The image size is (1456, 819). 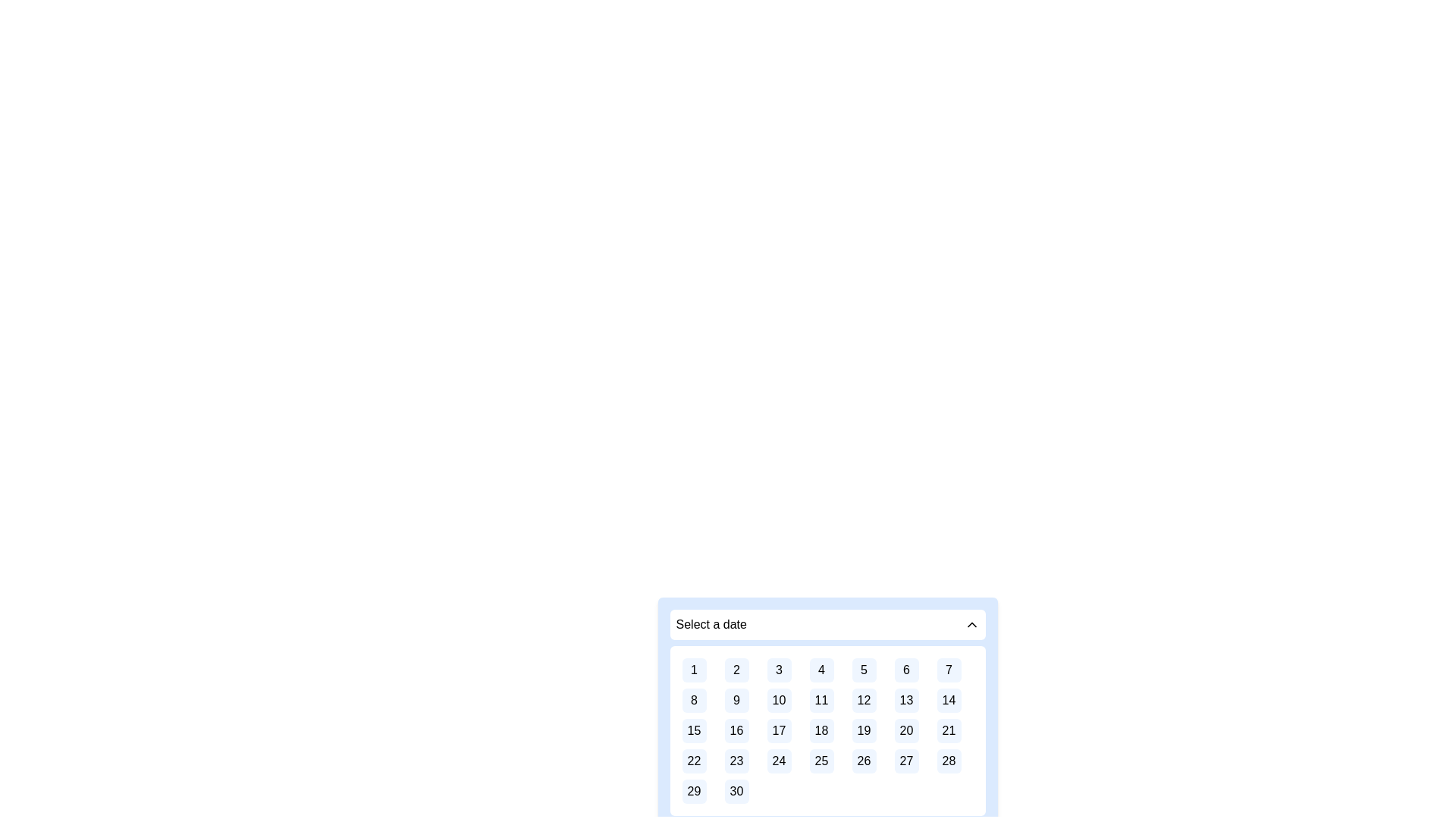 What do you see at coordinates (779, 761) in the screenshot?
I see `the small, square button with a soft blue background and text '24'` at bounding box center [779, 761].